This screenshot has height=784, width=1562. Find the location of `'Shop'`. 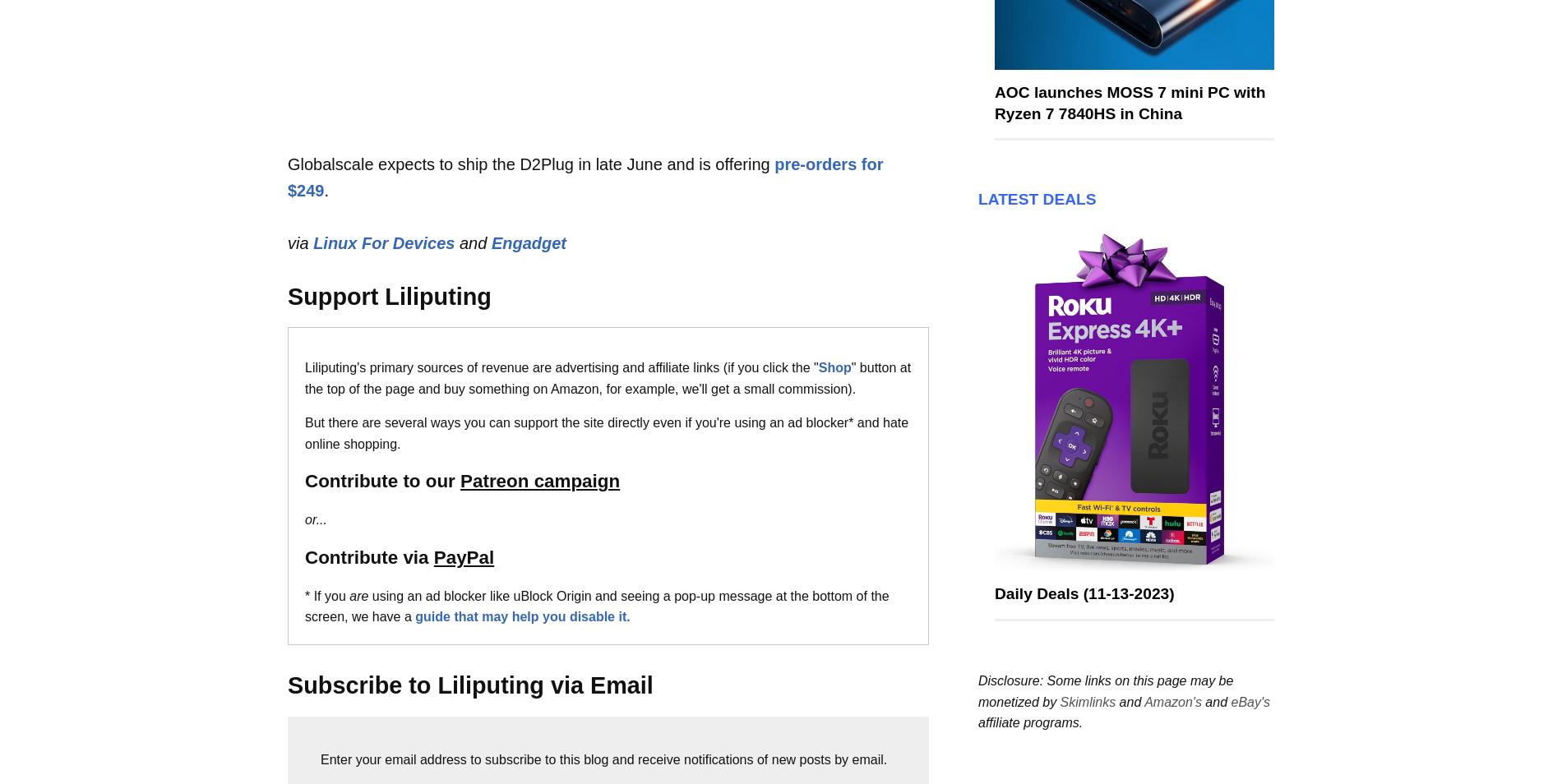

'Shop' is located at coordinates (834, 367).